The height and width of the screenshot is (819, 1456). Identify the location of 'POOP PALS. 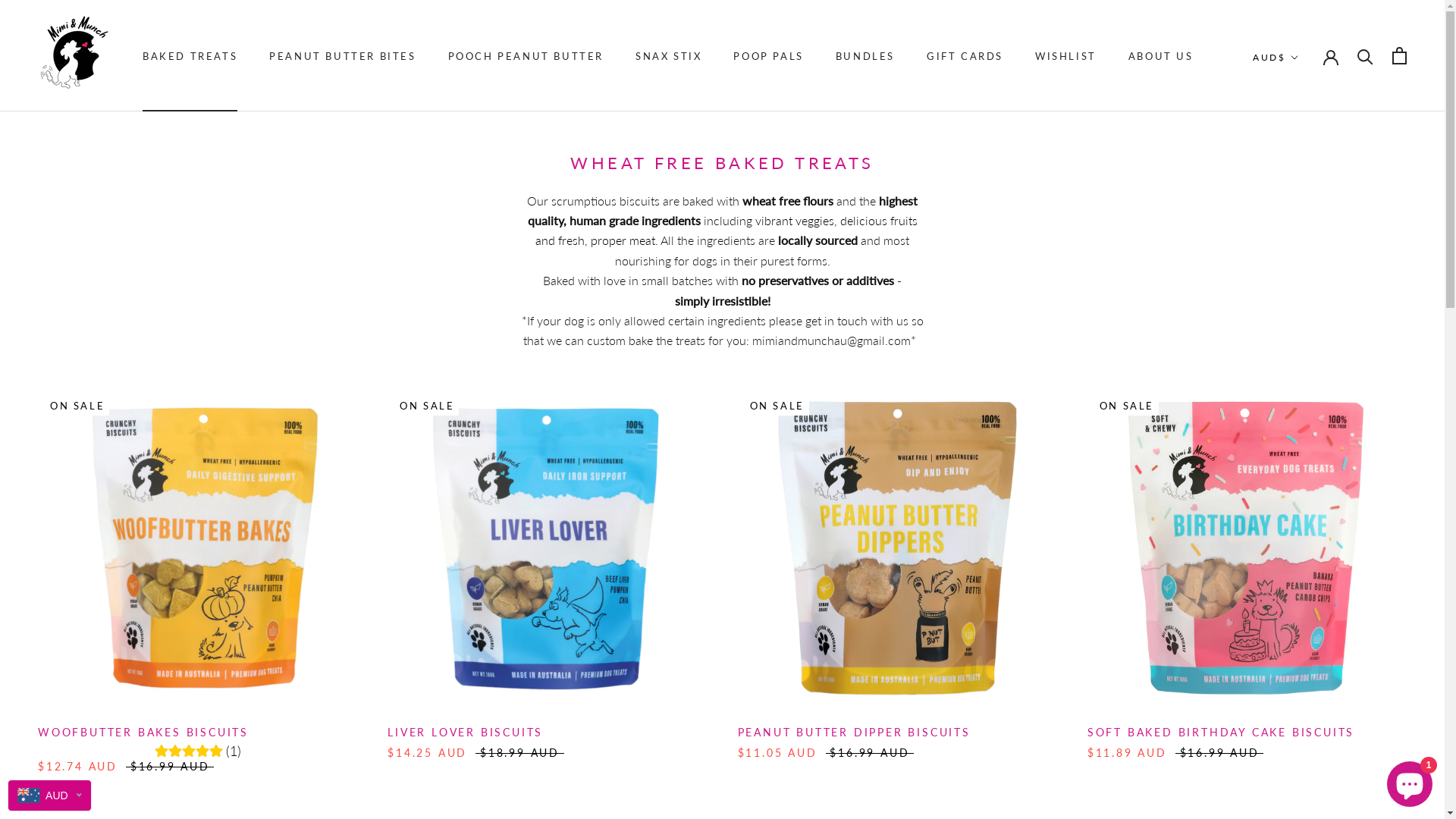
(767, 55).